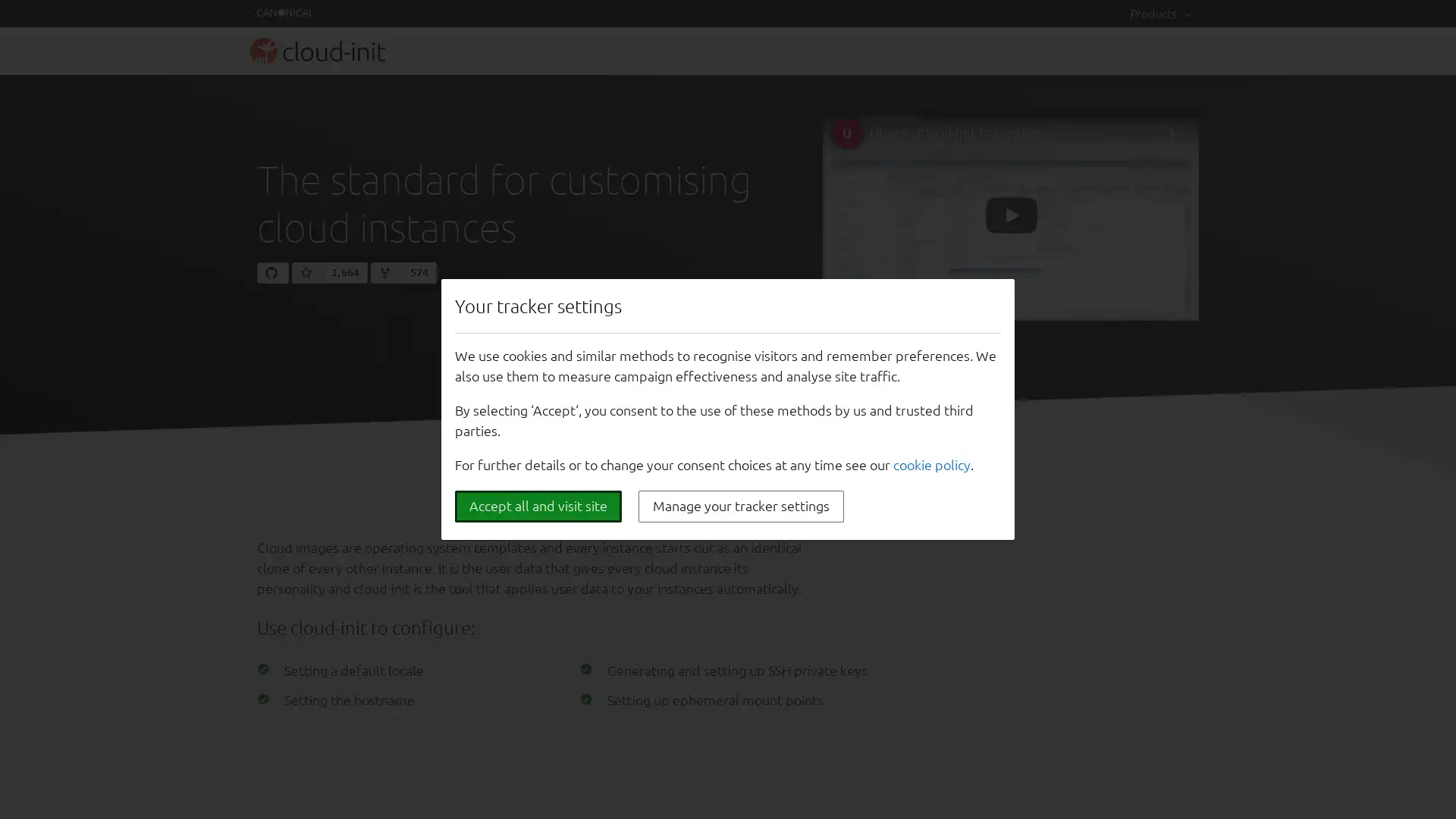 The image size is (1456, 819). What do you see at coordinates (538, 506) in the screenshot?
I see `Accept all and visit site` at bounding box center [538, 506].